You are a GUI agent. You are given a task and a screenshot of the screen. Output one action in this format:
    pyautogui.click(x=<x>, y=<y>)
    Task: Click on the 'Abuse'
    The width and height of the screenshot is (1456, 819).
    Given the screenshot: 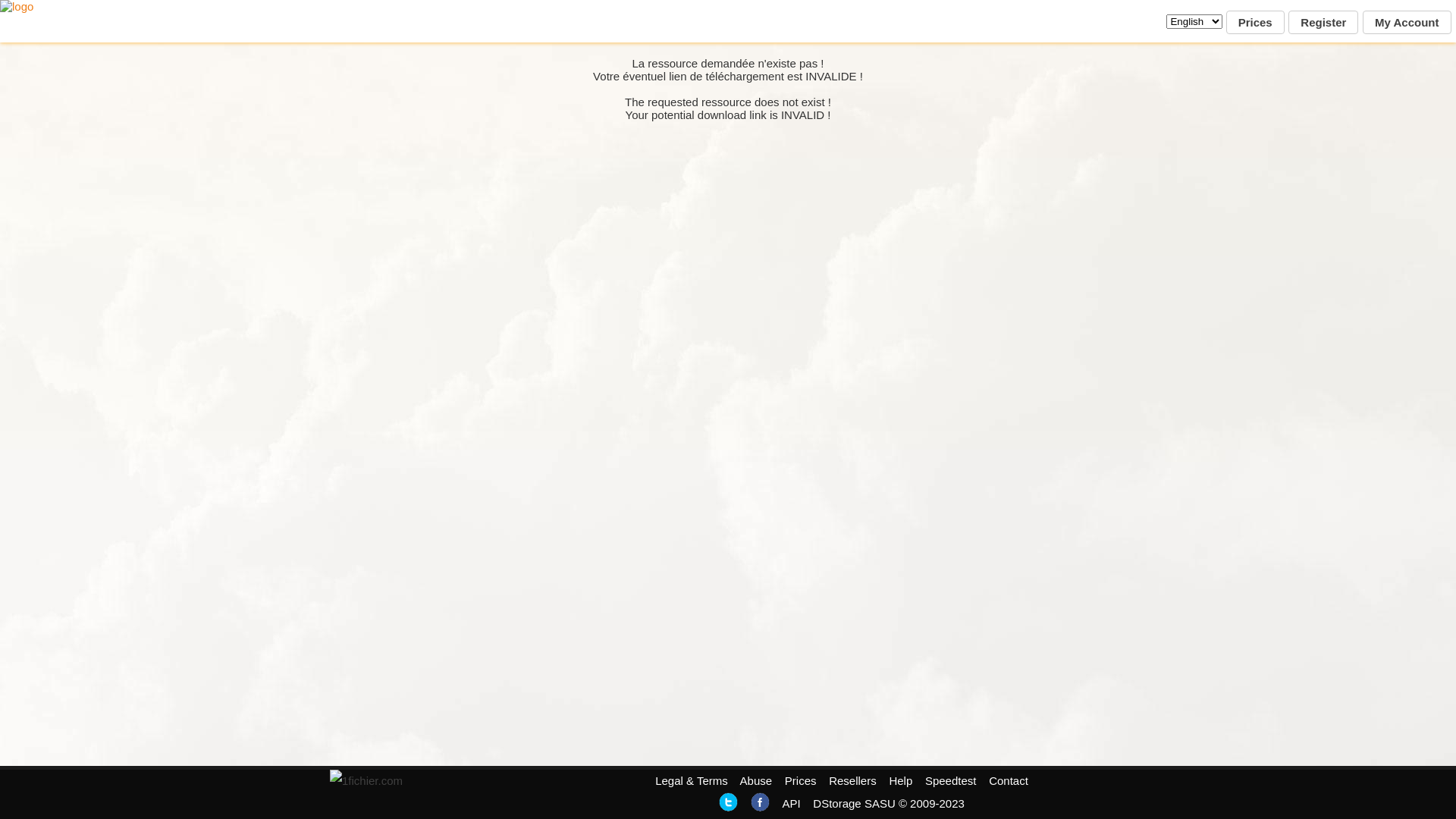 What is the action you would take?
    pyautogui.click(x=739, y=780)
    